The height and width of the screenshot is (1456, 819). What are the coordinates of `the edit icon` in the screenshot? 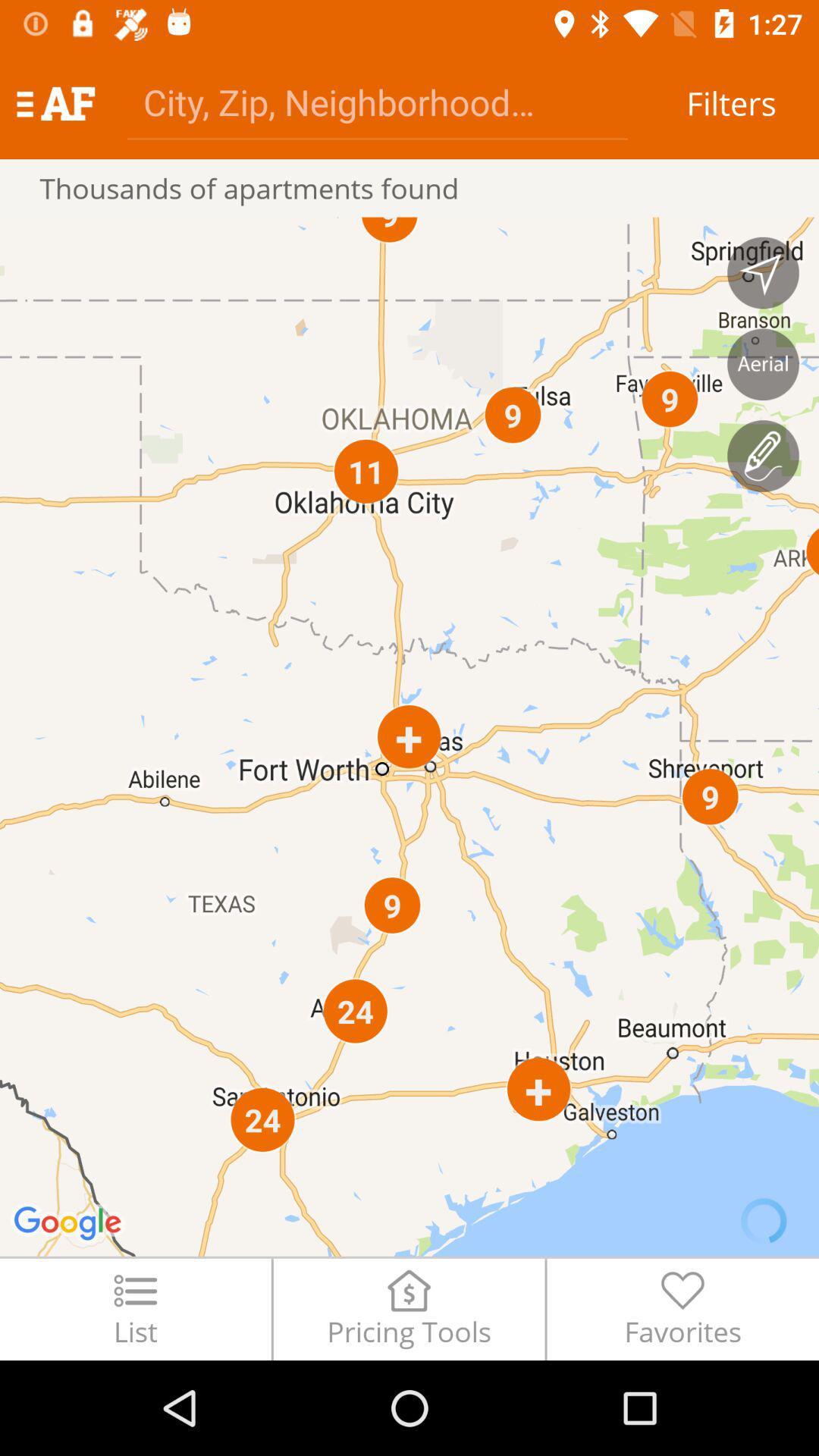 It's located at (763, 455).